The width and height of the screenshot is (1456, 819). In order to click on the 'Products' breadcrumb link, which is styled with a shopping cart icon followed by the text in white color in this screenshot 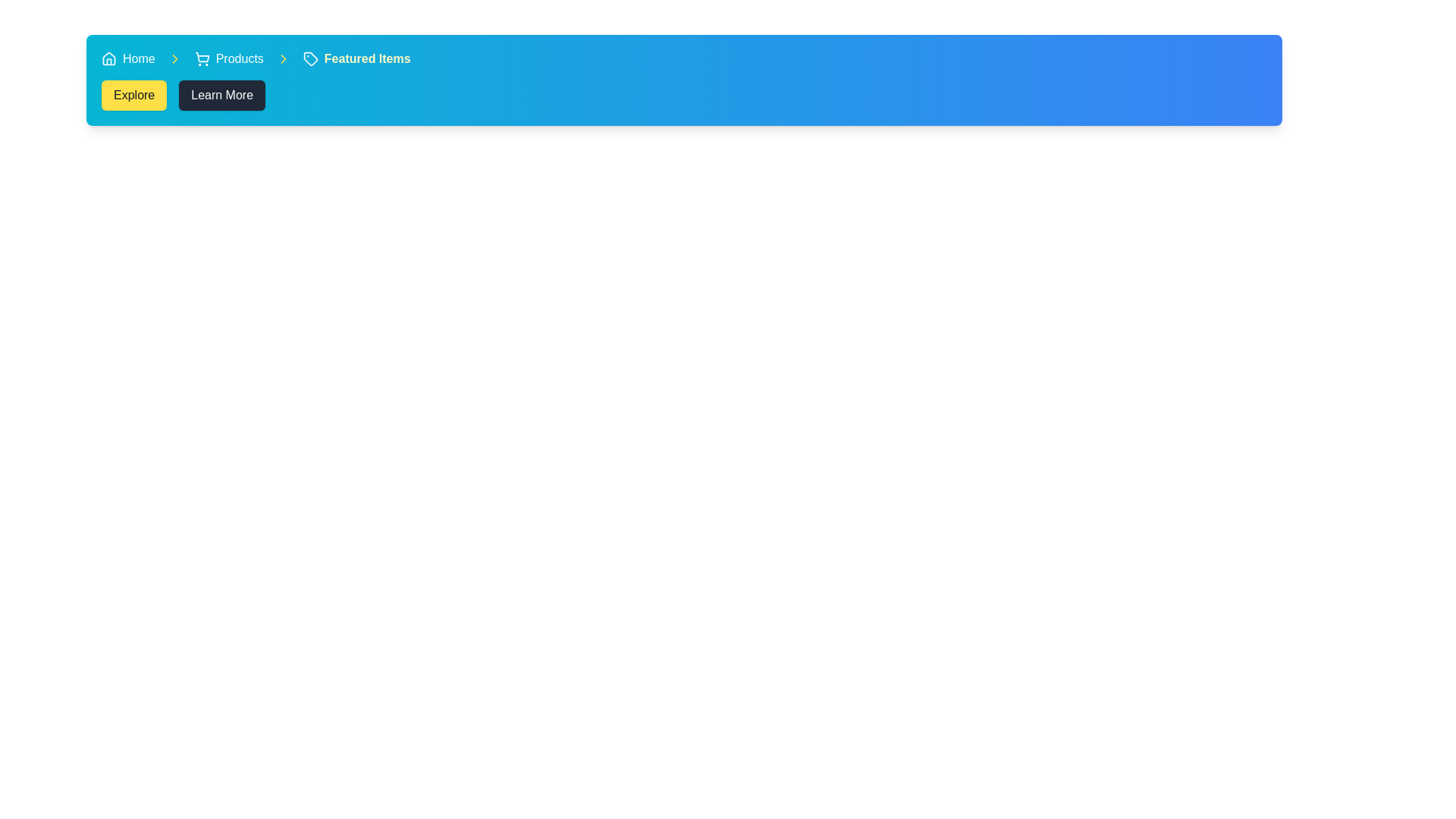, I will do `click(228, 58)`.